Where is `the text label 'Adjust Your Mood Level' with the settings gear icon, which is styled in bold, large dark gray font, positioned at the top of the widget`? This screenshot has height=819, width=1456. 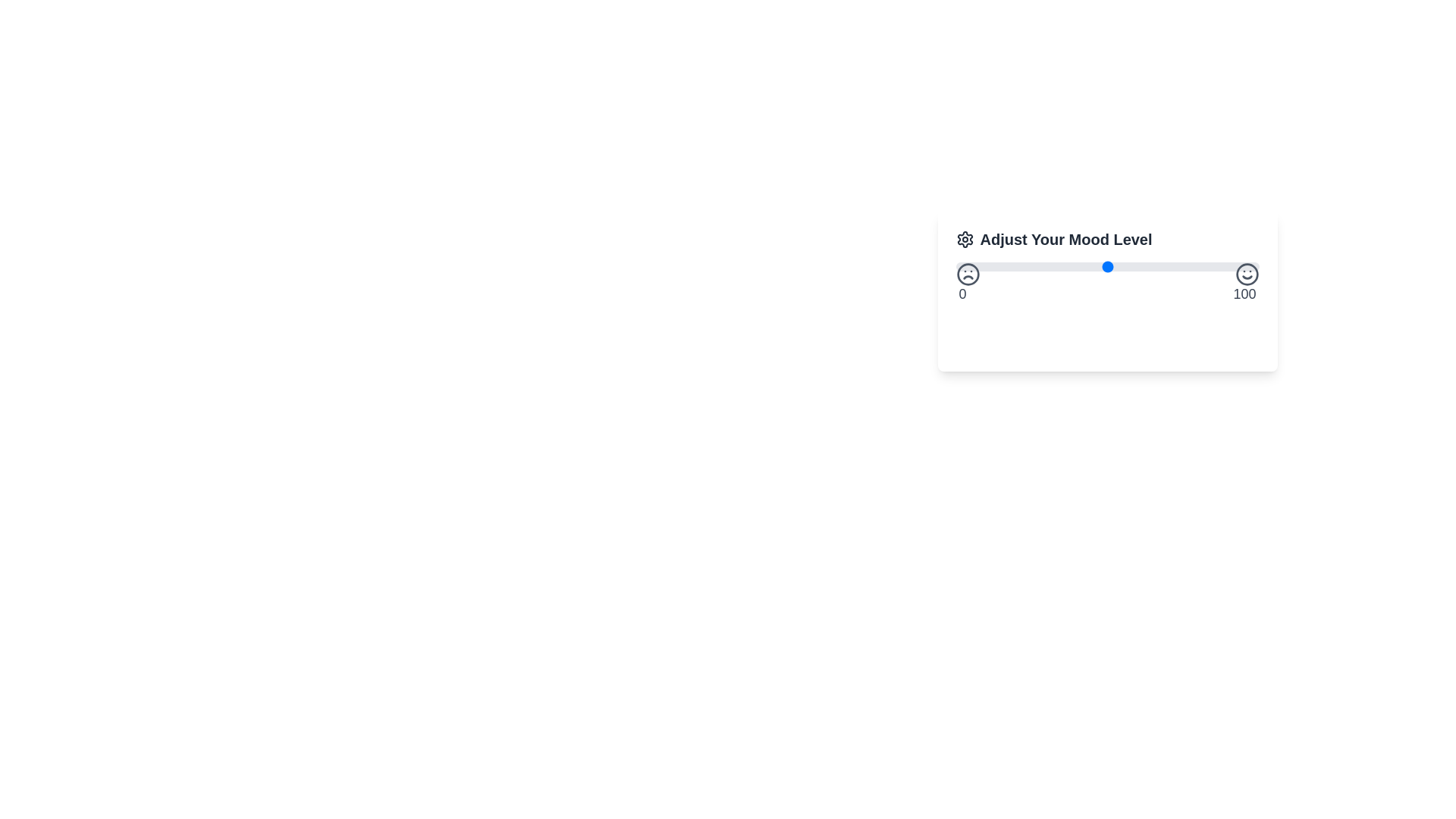
the text label 'Adjust Your Mood Level' with the settings gear icon, which is styled in bold, large dark gray font, positioned at the top of the widget is located at coordinates (1107, 239).